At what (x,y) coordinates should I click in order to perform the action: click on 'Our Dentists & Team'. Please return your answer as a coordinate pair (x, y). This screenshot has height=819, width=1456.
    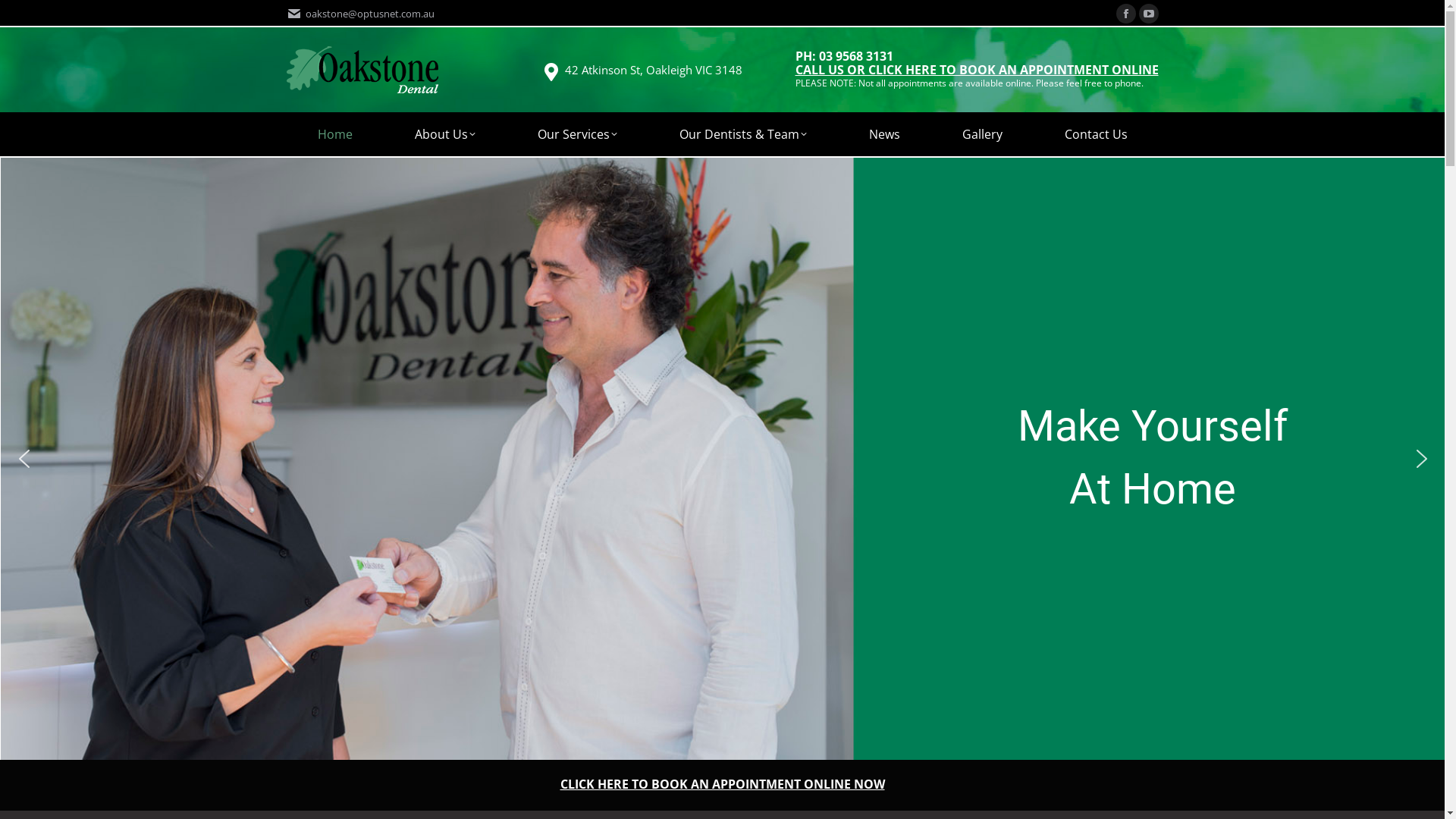
    Looking at the image, I should click on (742, 133).